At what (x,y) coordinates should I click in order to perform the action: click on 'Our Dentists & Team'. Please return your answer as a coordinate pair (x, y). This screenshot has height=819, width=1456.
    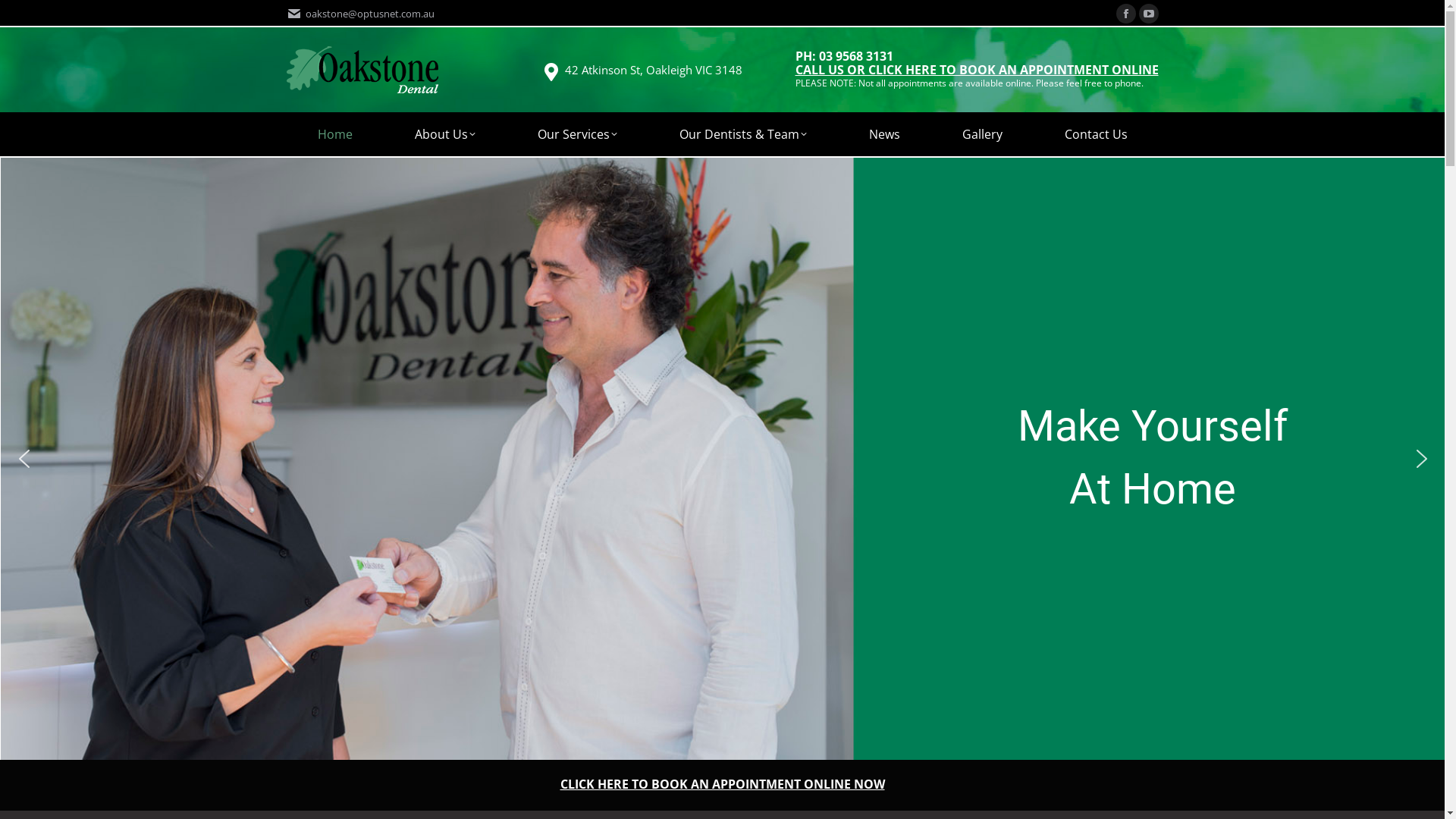
    Looking at the image, I should click on (742, 133).